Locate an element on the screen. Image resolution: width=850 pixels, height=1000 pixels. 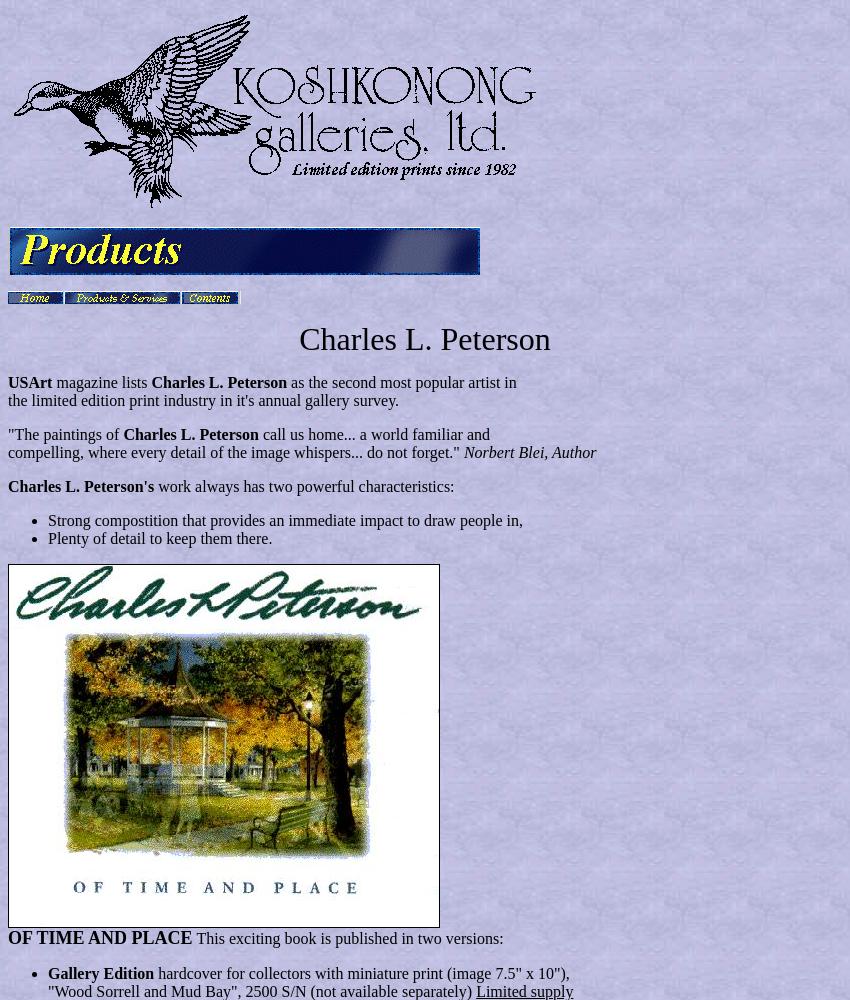
'Charles L. Peterson's' is located at coordinates (82, 485).